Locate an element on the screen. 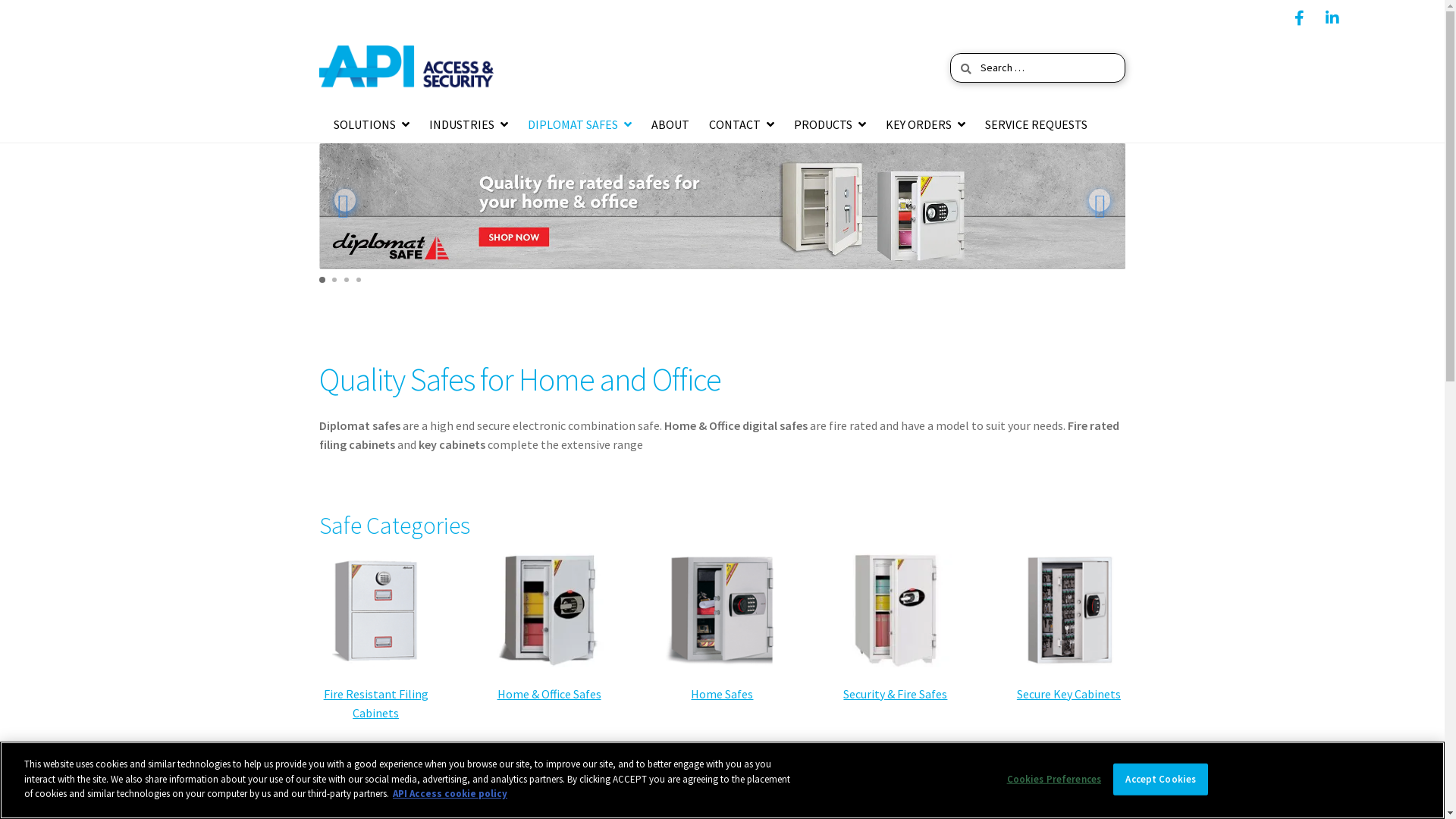 This screenshot has width=1456, height=819. 'KEY ORDERS' is located at coordinates (924, 124).